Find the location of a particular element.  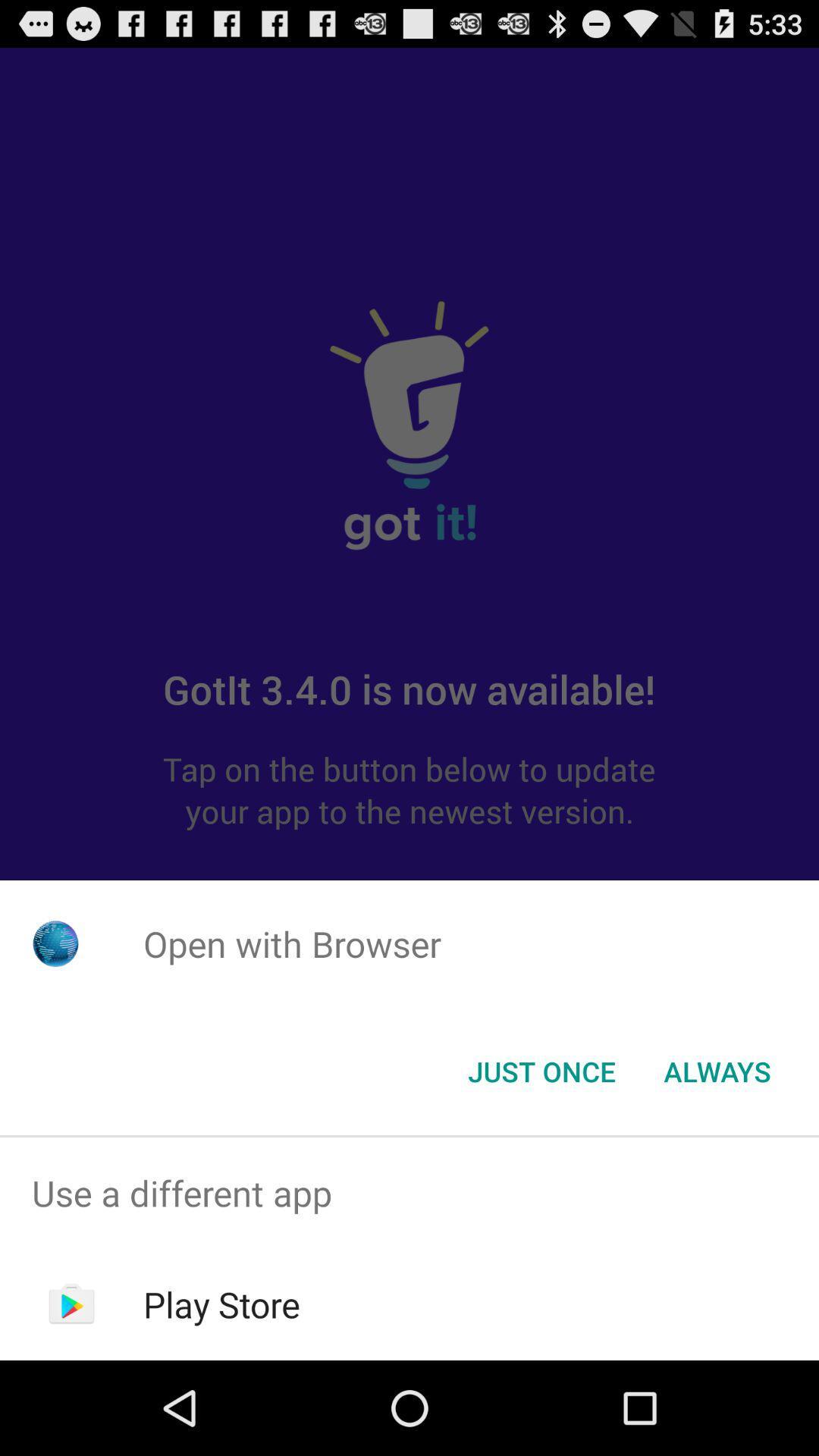

button next to the just once icon is located at coordinates (717, 1070).